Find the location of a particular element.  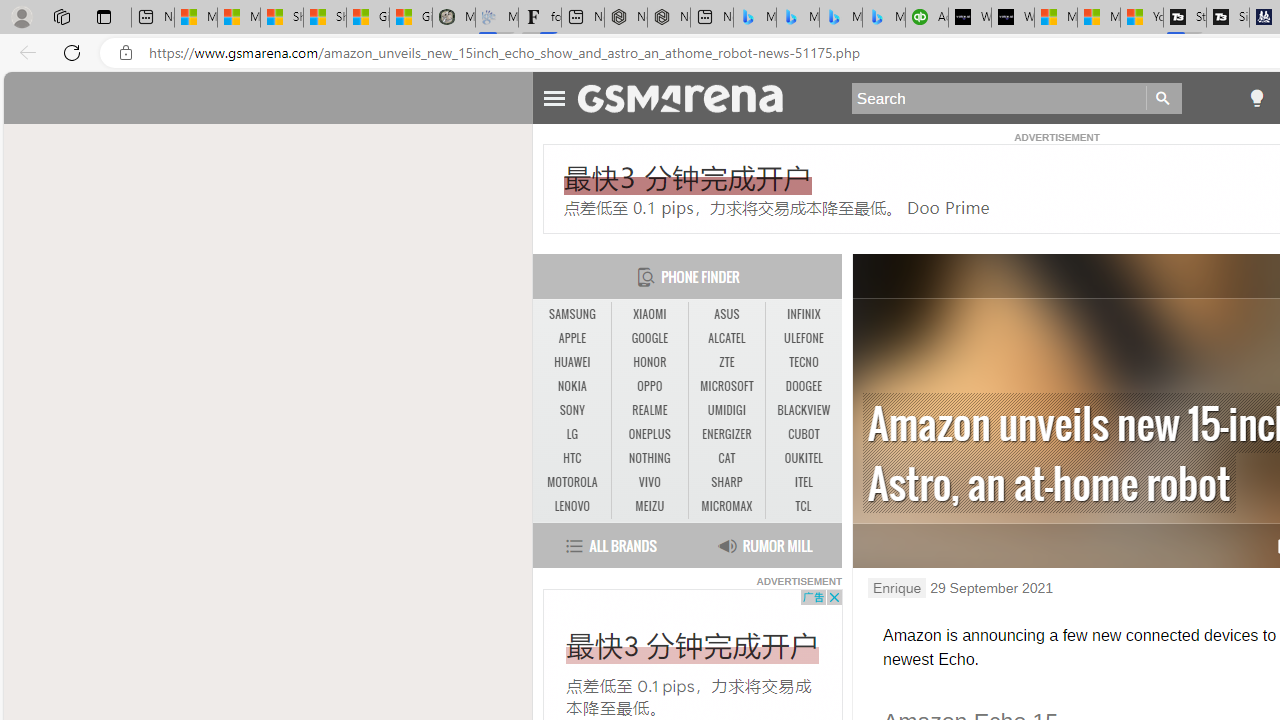

'DOOGEE' is located at coordinates (803, 386).